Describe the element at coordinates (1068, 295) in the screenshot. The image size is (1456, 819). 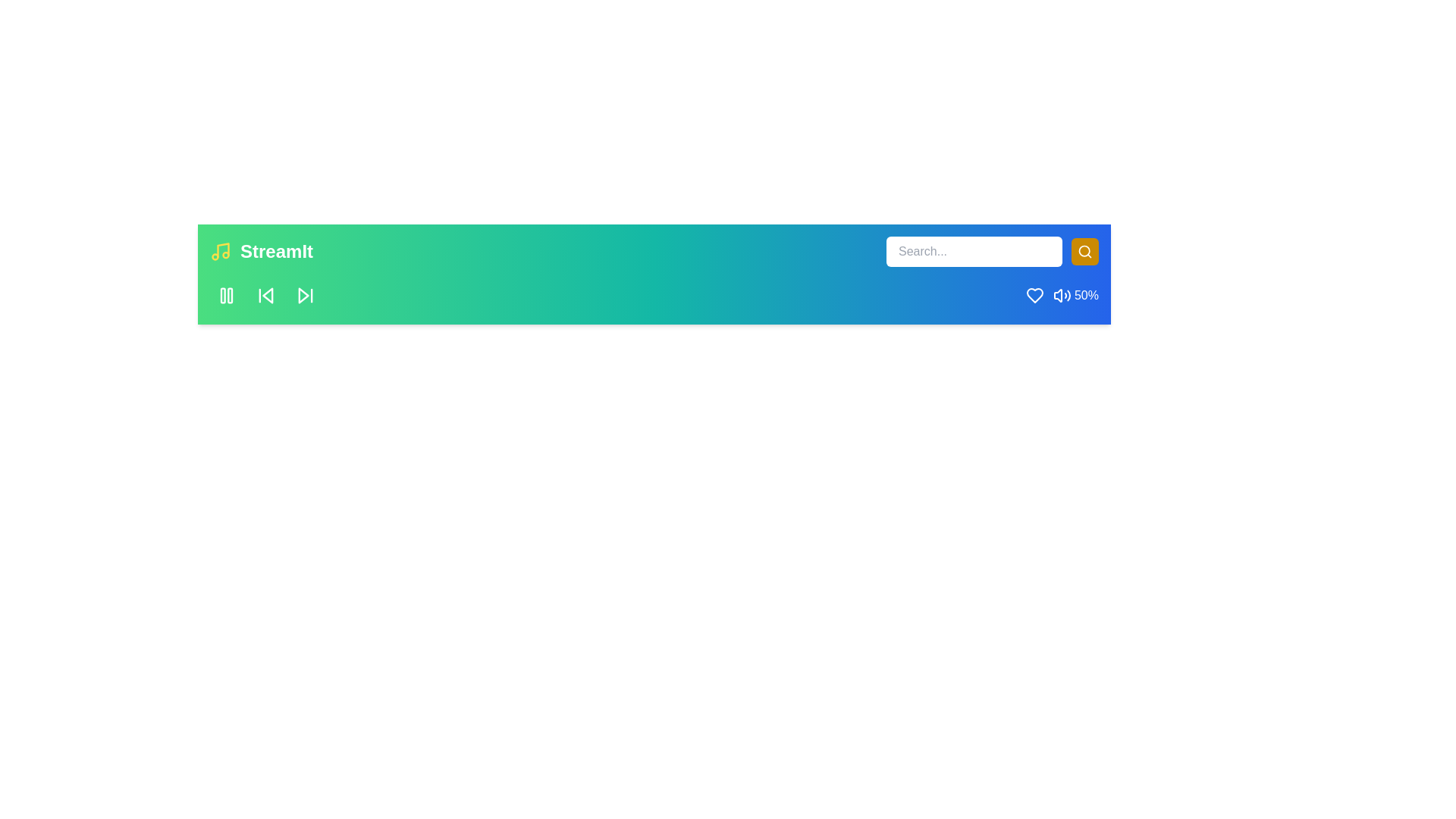
I see `the volume to 93% by interacting with the volume control` at that location.